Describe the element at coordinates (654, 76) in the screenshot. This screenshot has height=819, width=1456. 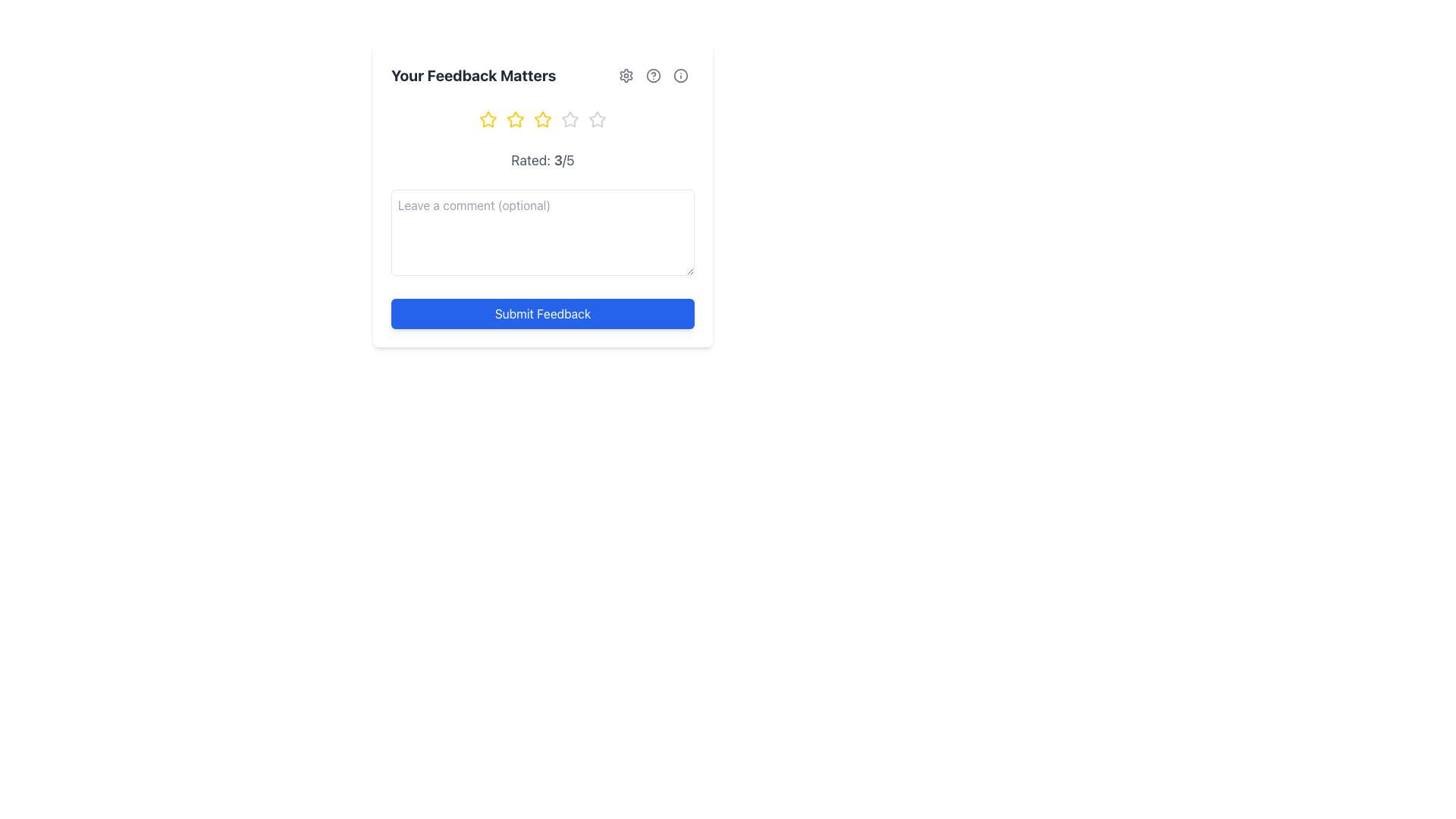
I see `the Help Icon Button, which is the middle circular icon located at the top right corner of the feedback card` at that location.